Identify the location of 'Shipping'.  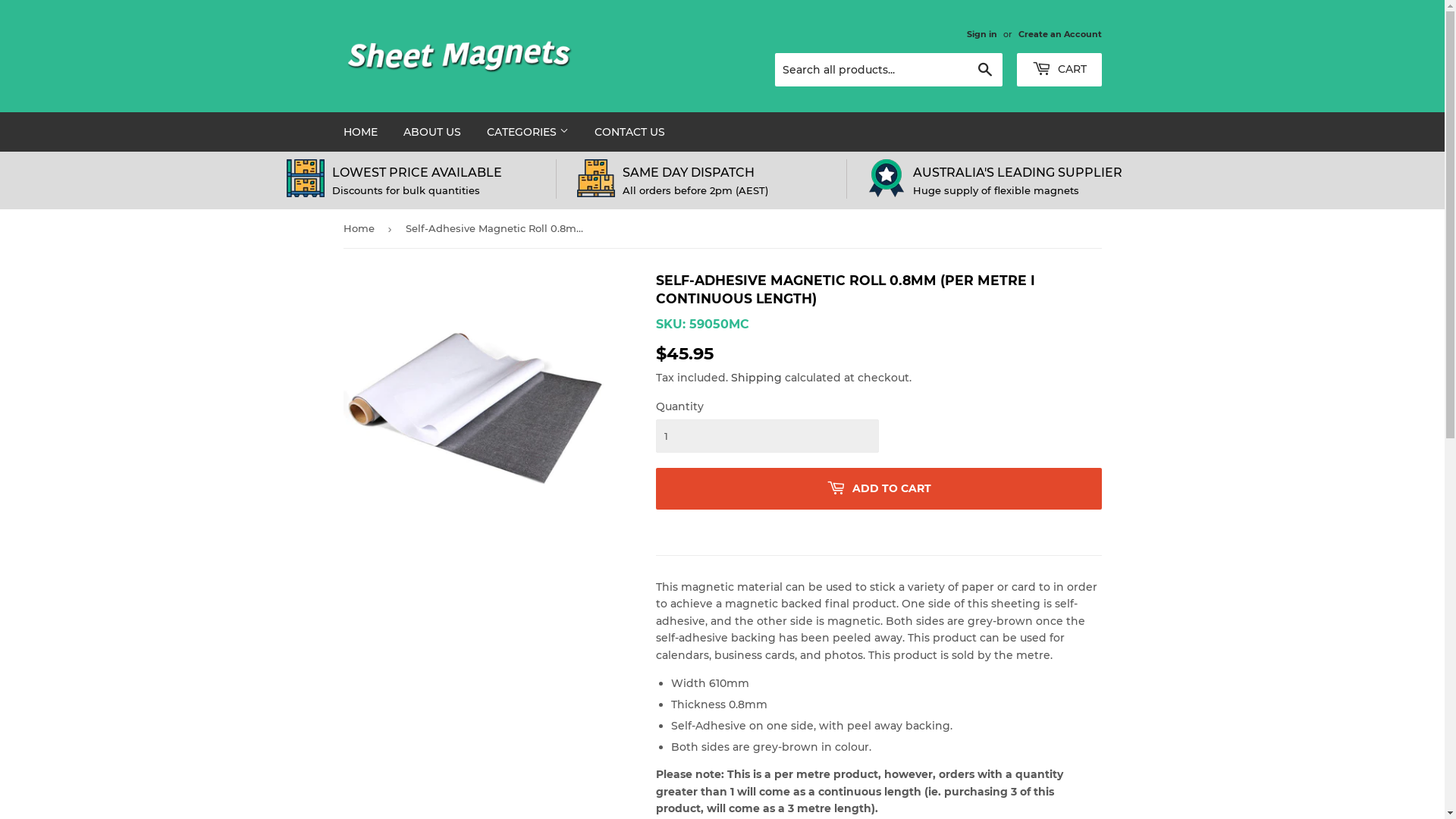
(731, 376).